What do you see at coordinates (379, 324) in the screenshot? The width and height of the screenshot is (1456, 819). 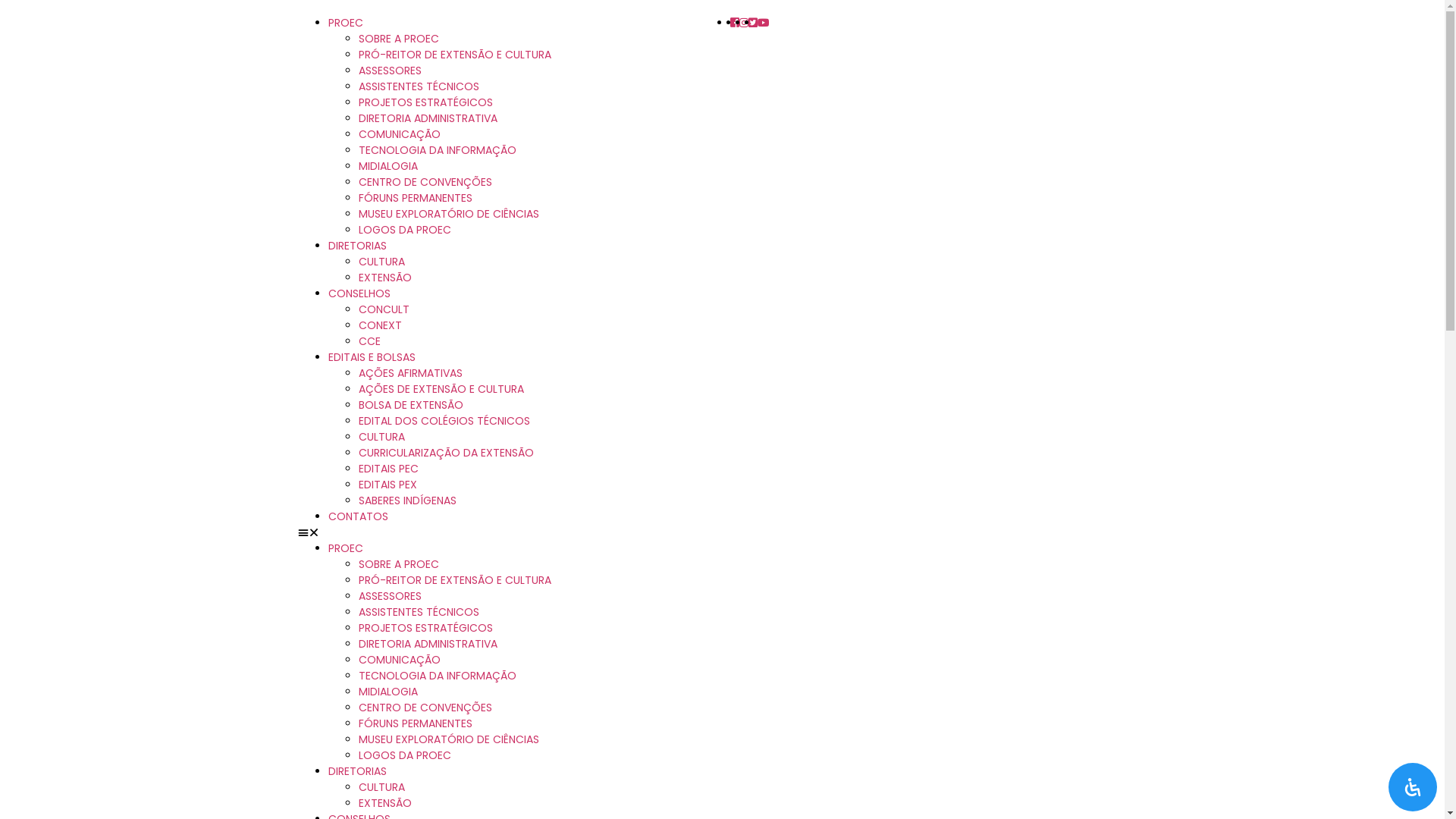 I see `'CONEXT'` at bounding box center [379, 324].